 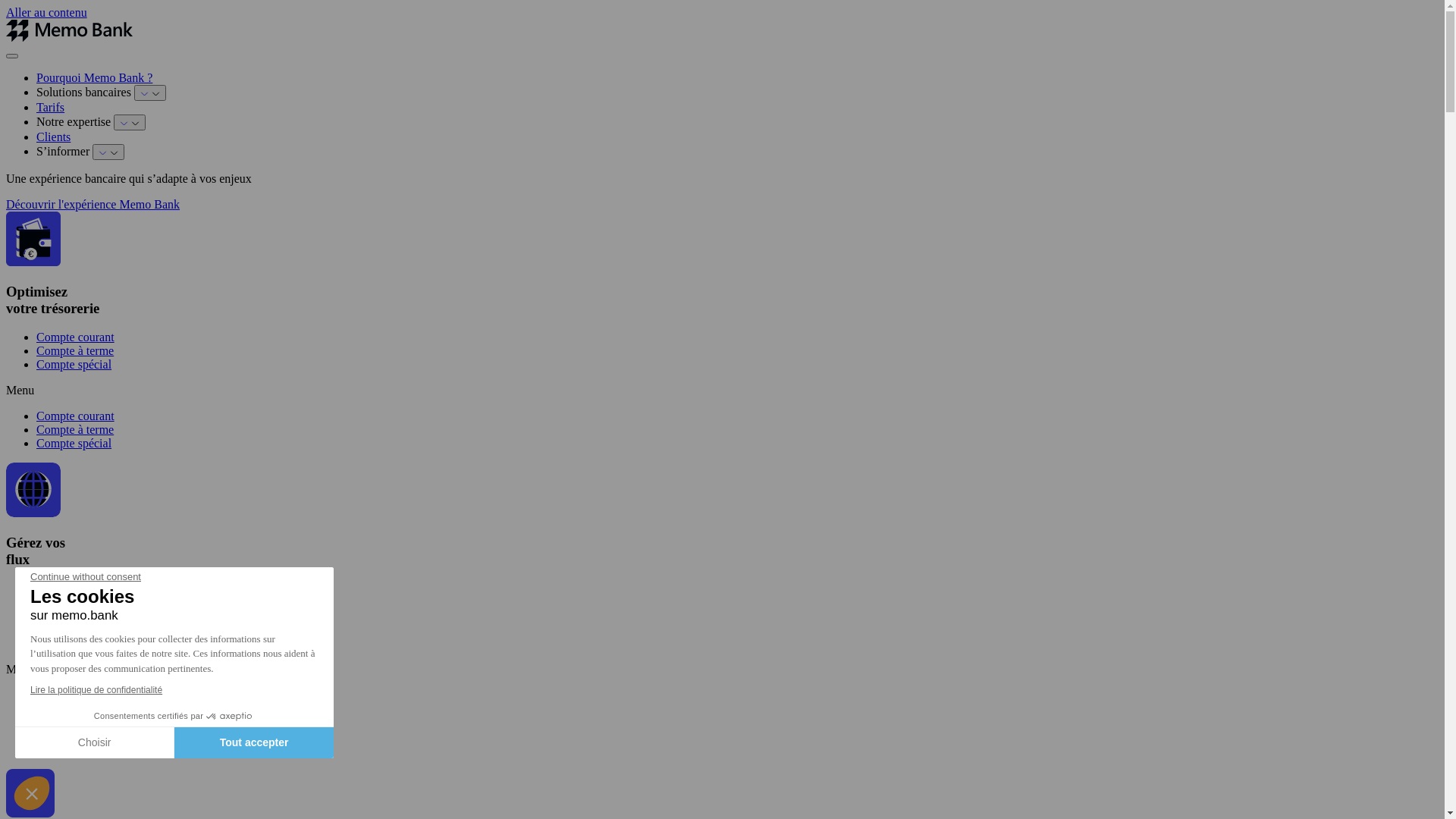 I want to click on 'Carte entreprise', so click(x=74, y=708).